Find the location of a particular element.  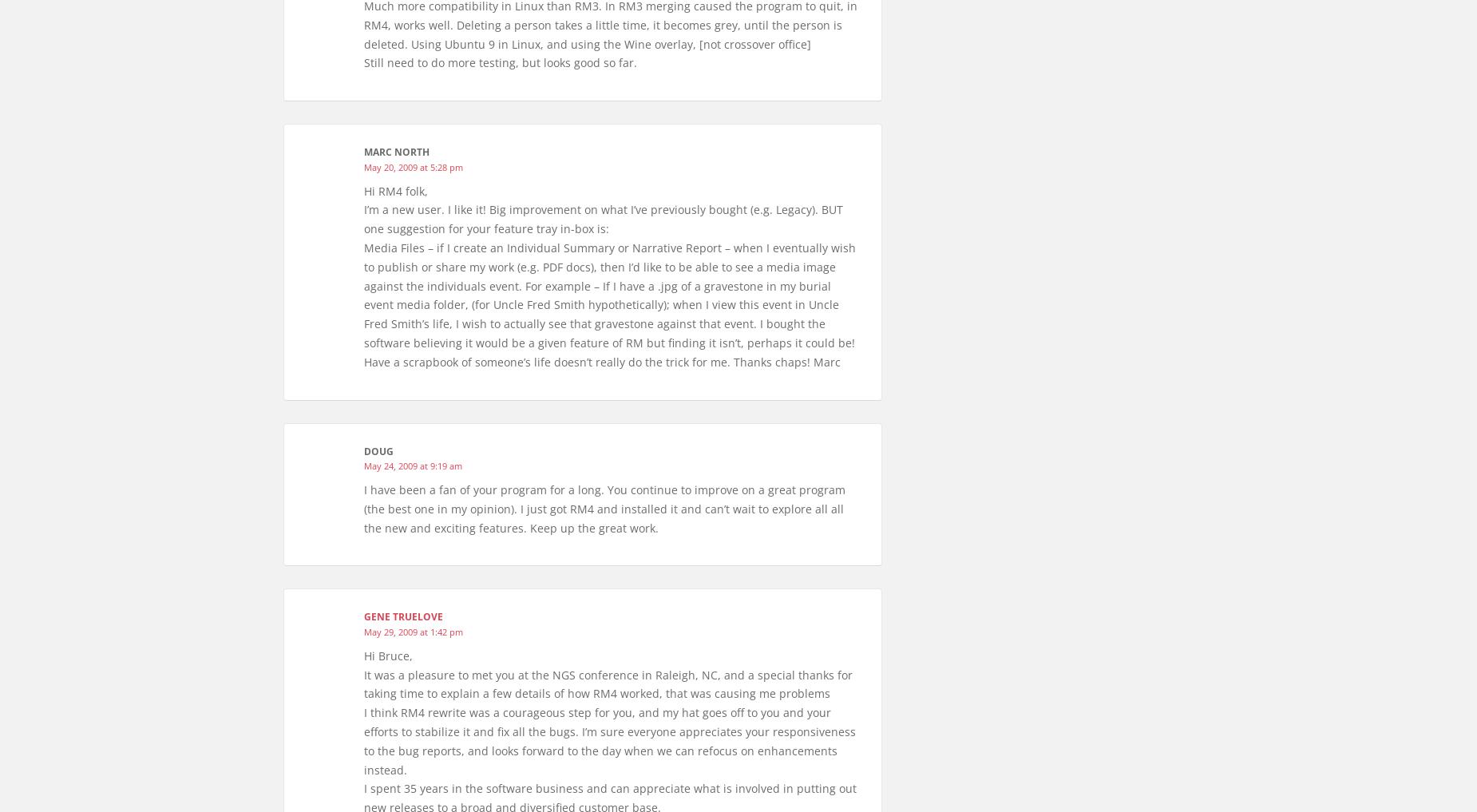

'Hi RM4 folk,' is located at coordinates (363, 189).